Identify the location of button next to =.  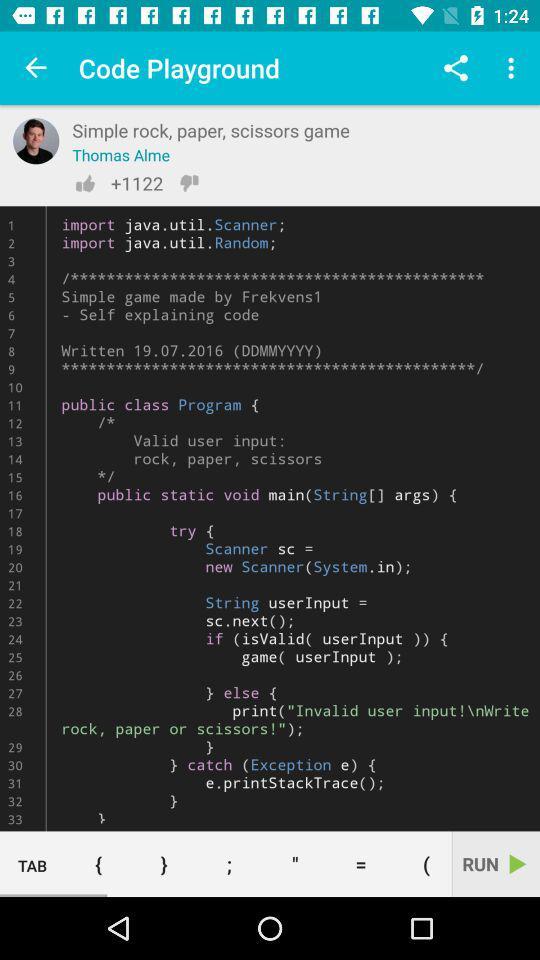
(294, 863).